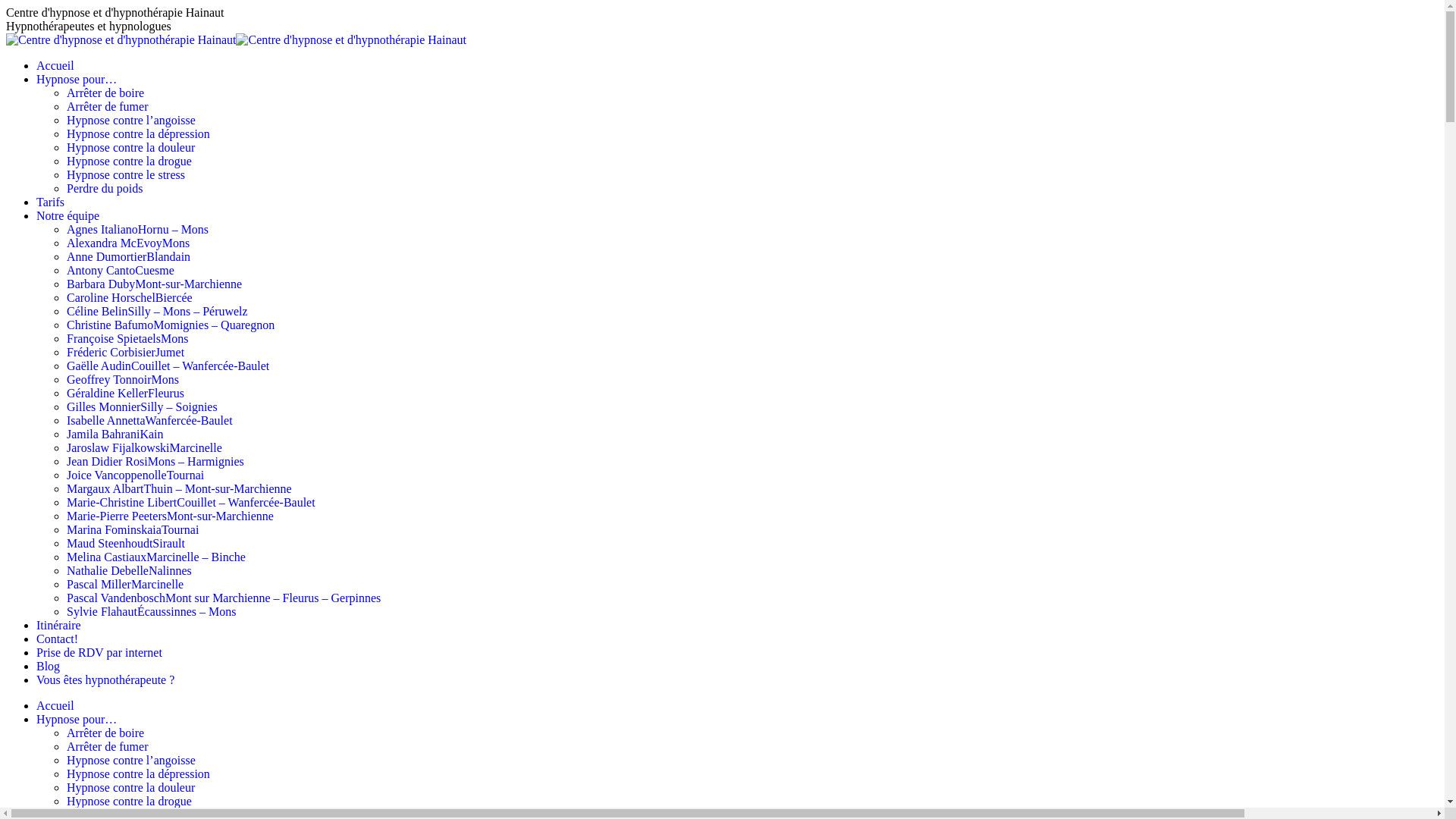 This screenshot has width=1456, height=819. I want to click on 'Pascal MillerMarcinelle', so click(124, 583).